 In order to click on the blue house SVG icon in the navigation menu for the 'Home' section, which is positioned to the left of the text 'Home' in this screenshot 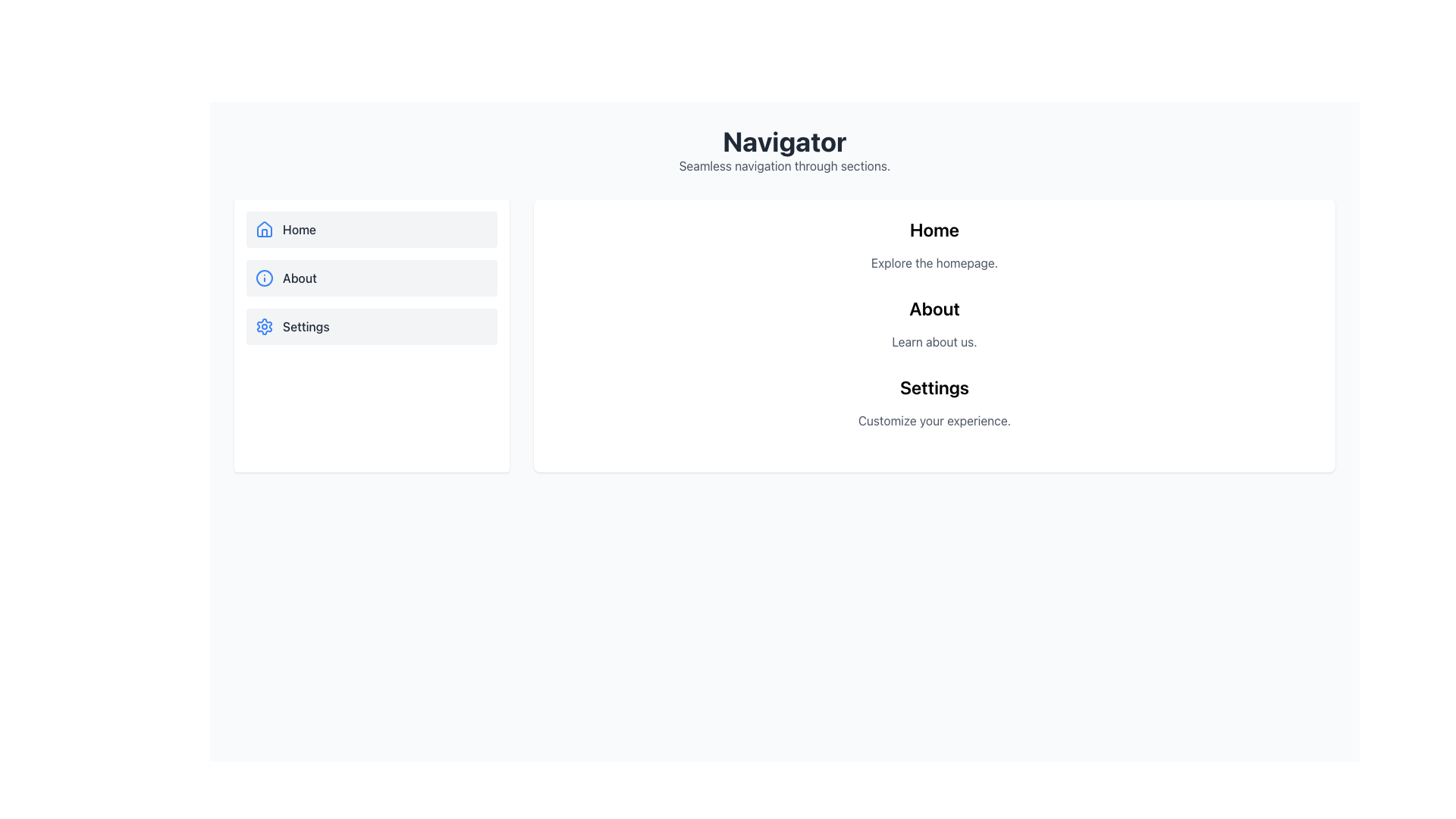, I will do `click(265, 230)`.